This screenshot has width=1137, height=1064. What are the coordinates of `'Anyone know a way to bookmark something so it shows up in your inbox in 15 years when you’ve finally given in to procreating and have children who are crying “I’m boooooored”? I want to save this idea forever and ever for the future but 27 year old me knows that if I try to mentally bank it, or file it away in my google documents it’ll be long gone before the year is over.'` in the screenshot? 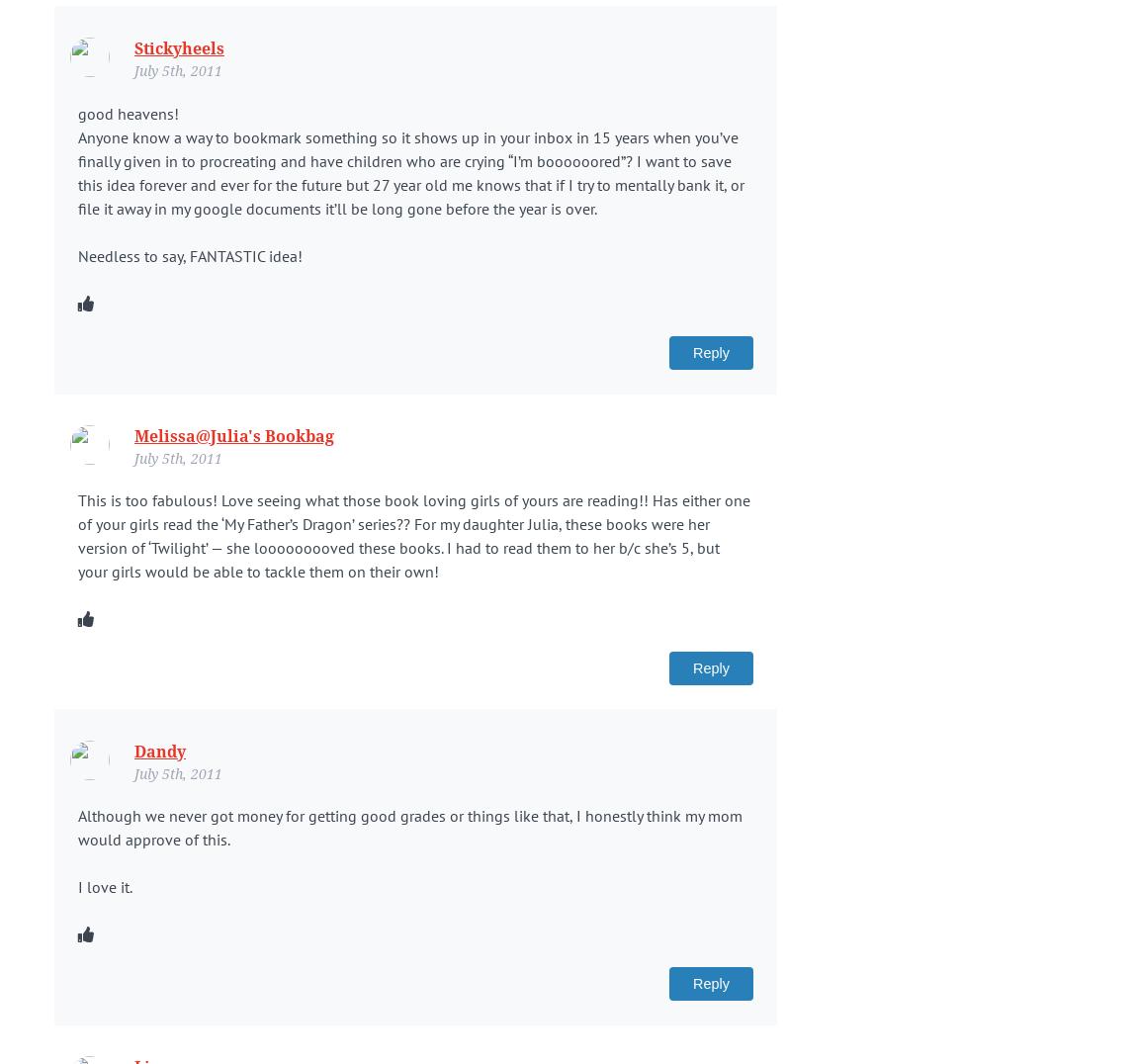 It's located at (410, 171).